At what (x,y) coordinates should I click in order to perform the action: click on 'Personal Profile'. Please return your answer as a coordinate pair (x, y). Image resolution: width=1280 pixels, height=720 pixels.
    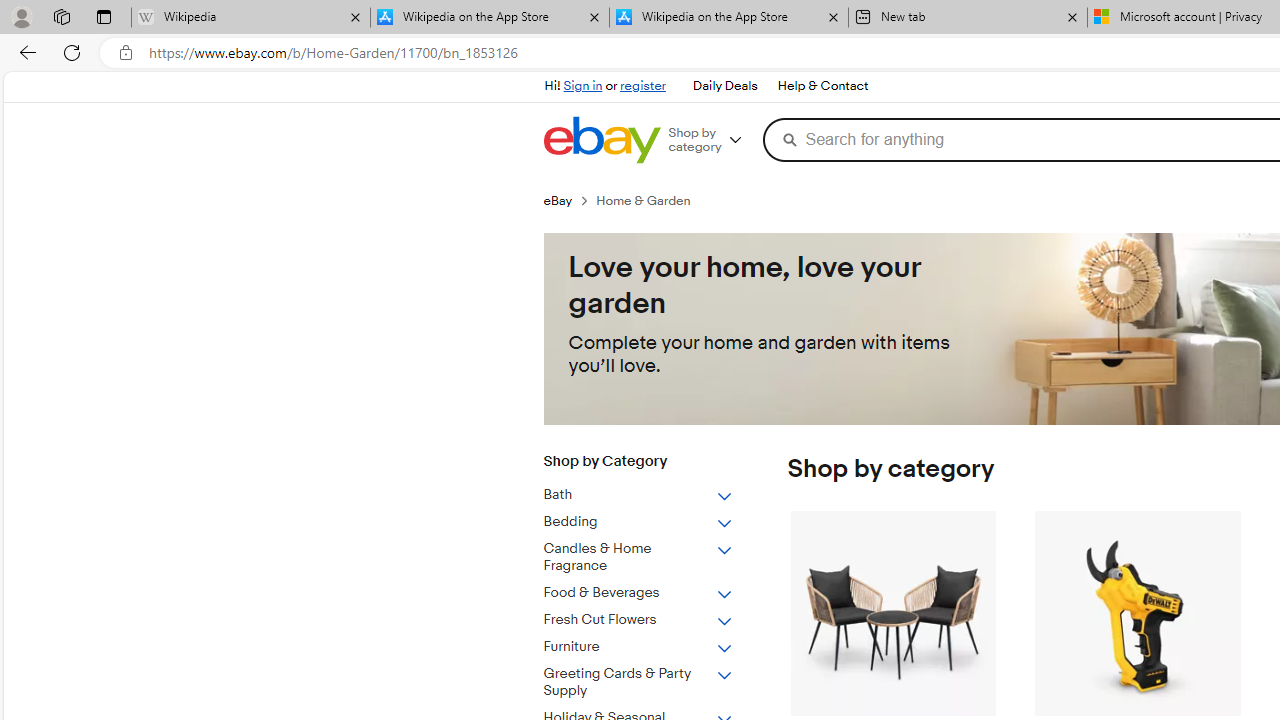
    Looking at the image, I should click on (21, 16).